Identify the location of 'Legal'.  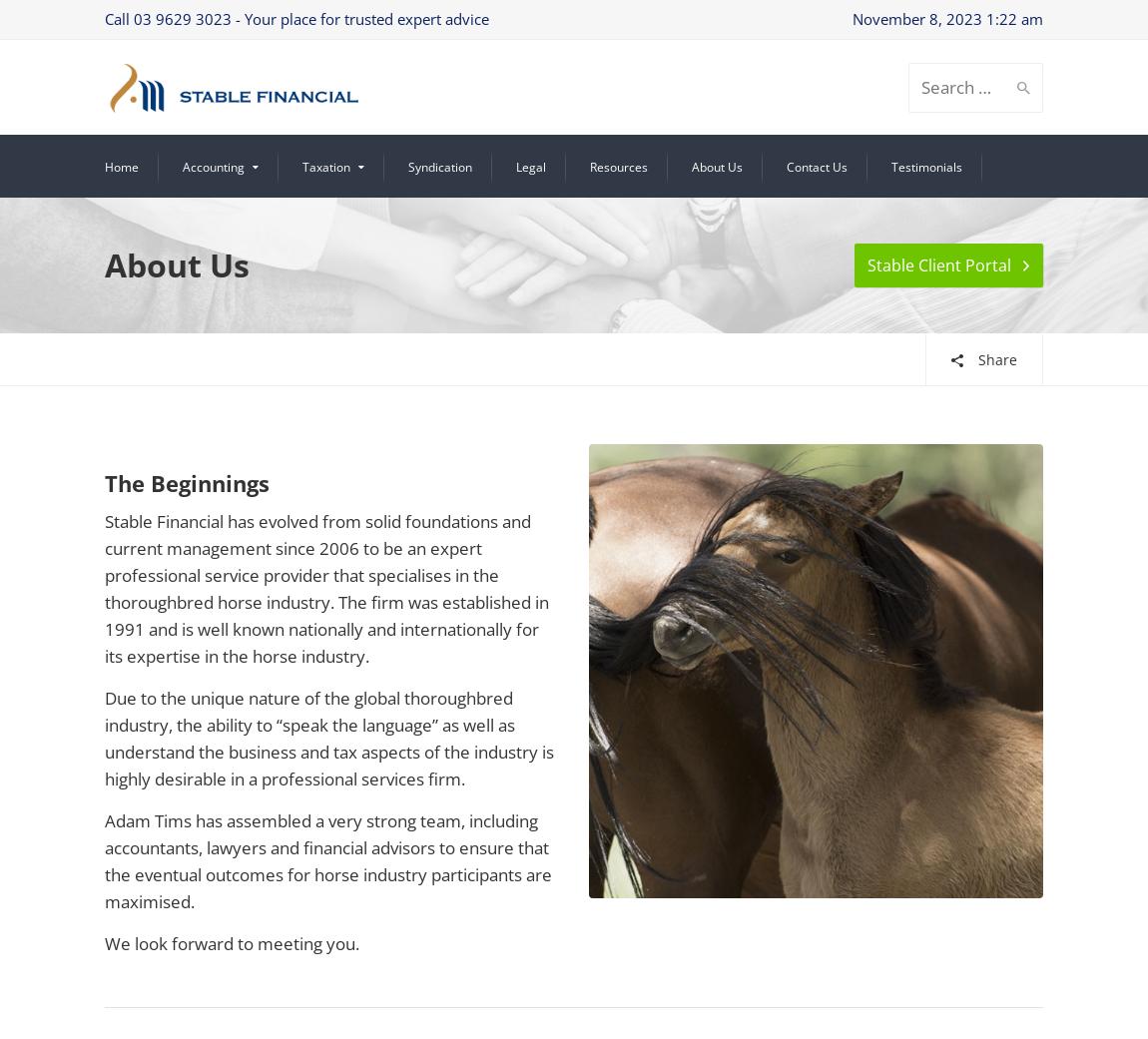
(516, 167).